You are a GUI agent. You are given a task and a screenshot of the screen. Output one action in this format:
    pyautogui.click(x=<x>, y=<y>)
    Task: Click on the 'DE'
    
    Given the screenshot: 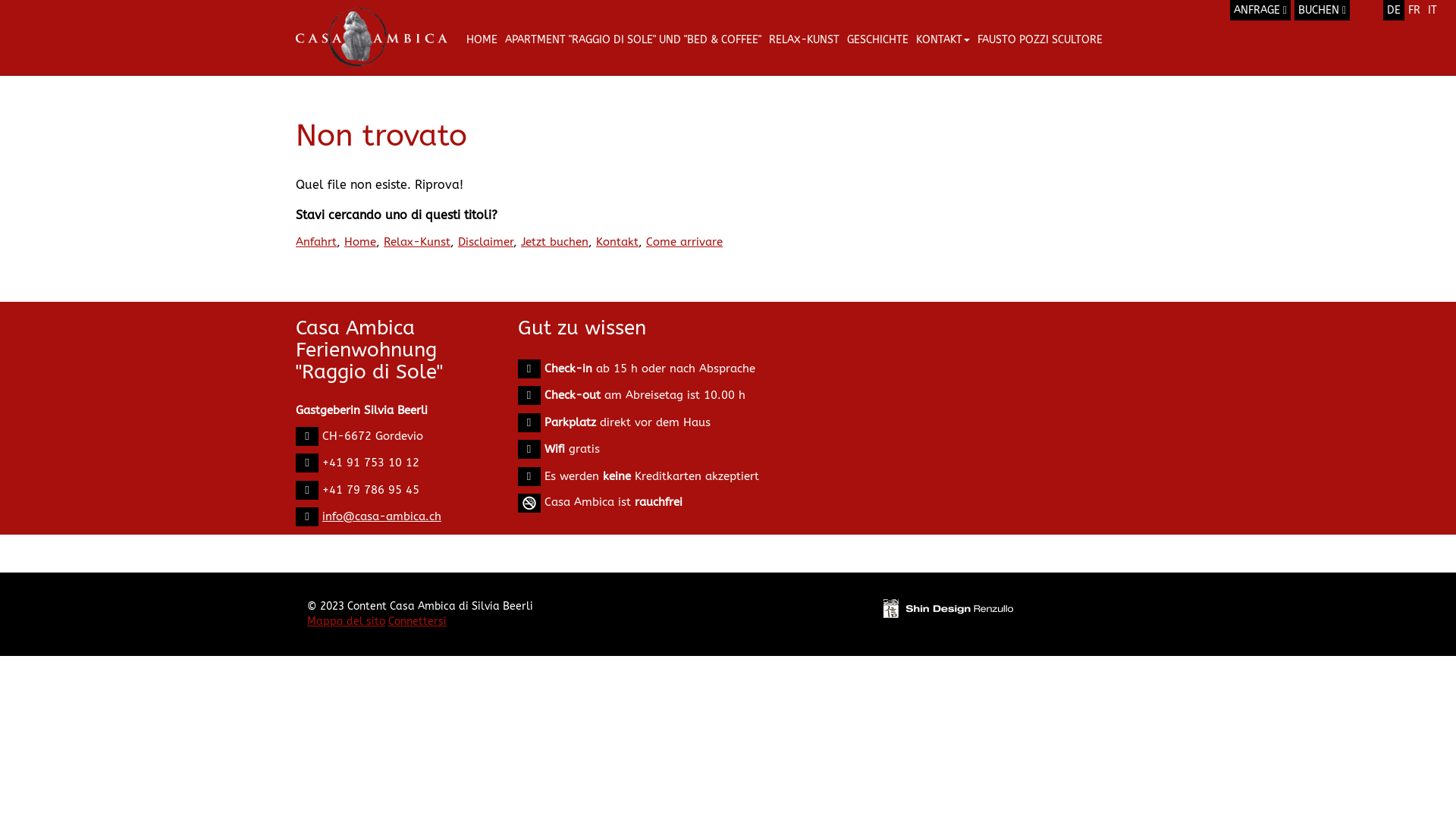 What is the action you would take?
    pyautogui.click(x=1394, y=10)
    